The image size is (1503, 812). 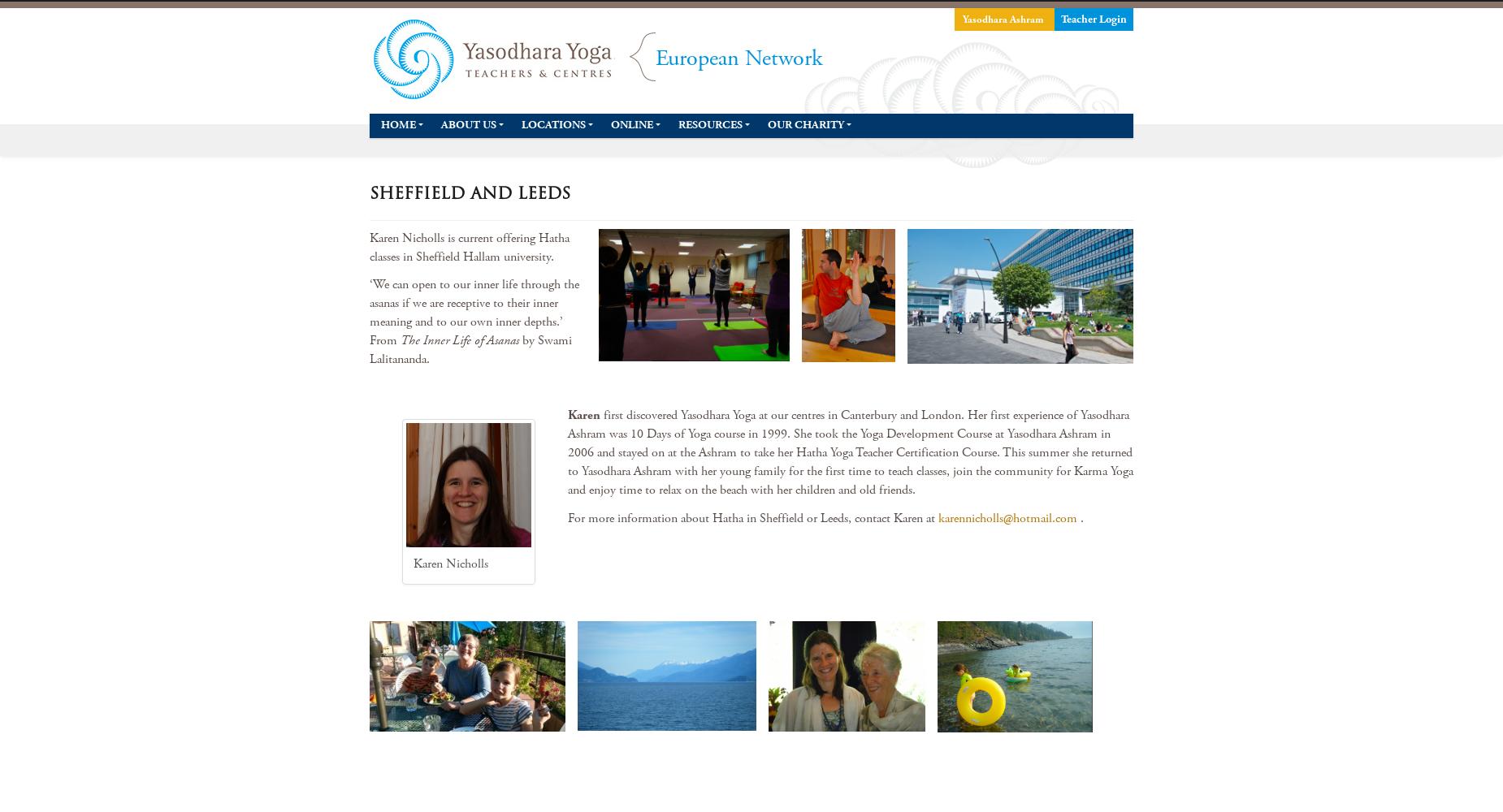 What do you see at coordinates (583, 415) in the screenshot?
I see `'Karen'` at bounding box center [583, 415].